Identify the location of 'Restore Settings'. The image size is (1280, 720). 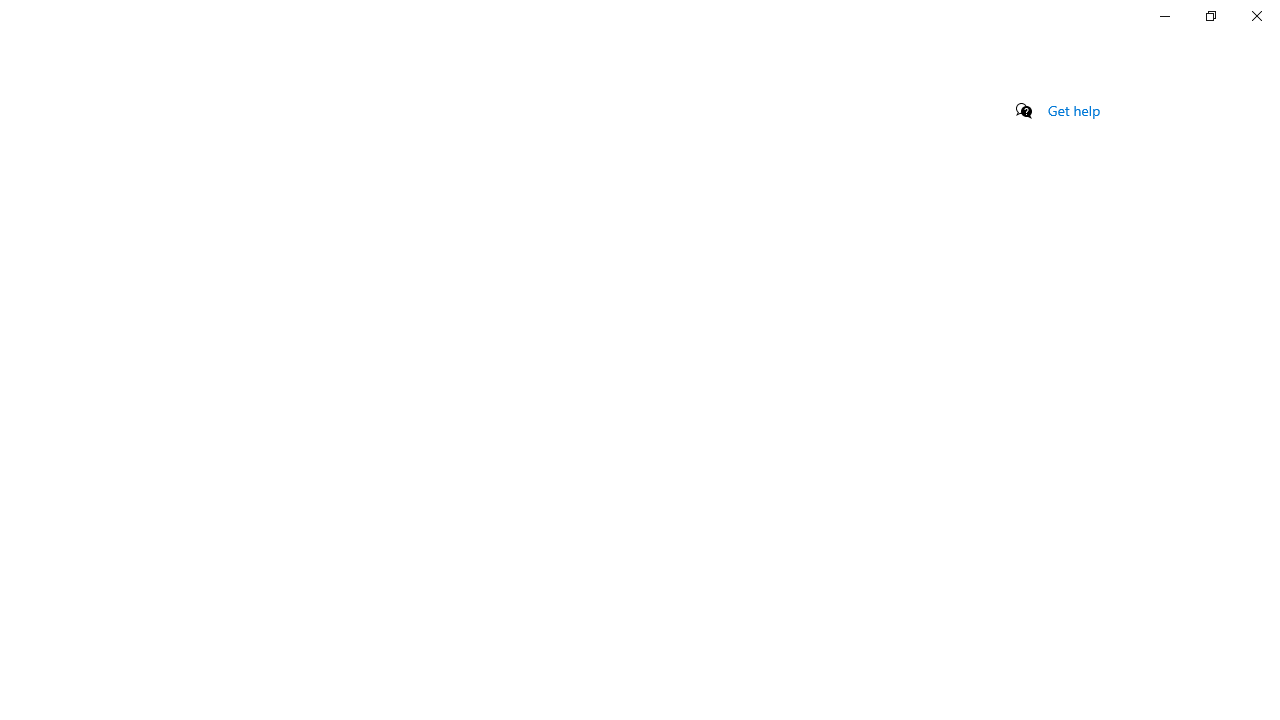
(1209, 15).